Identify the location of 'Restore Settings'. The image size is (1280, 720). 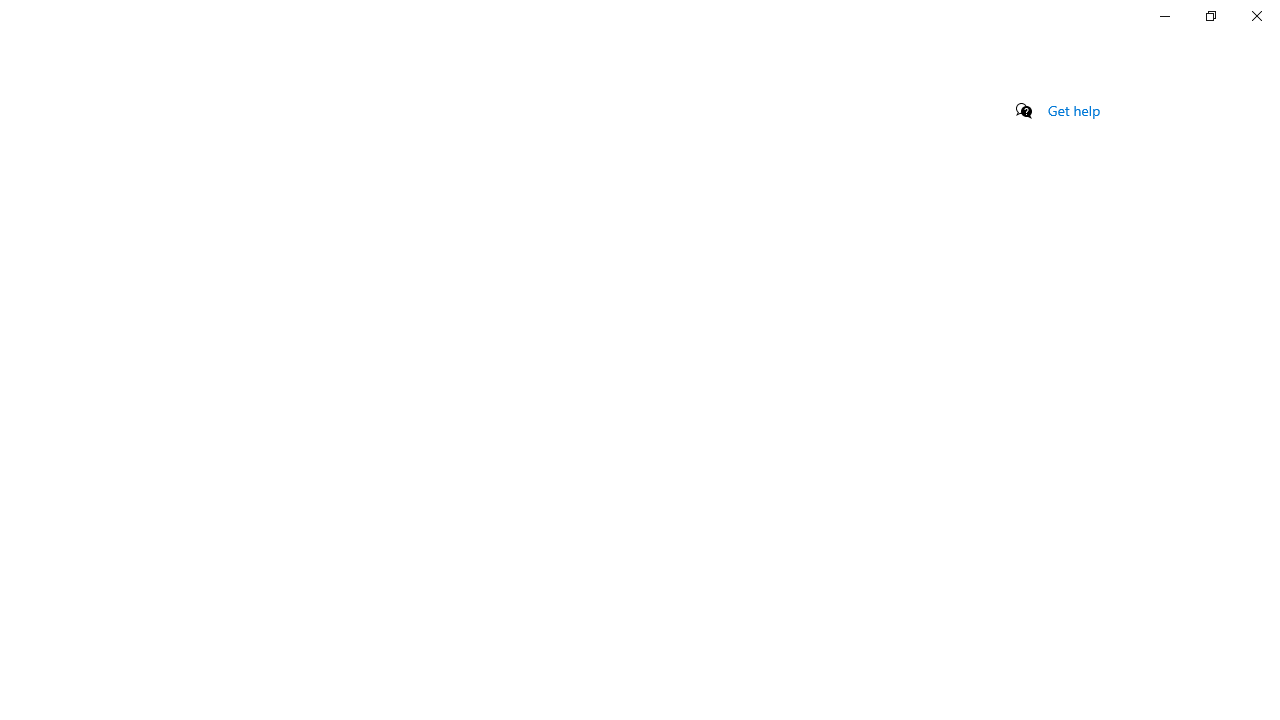
(1209, 15).